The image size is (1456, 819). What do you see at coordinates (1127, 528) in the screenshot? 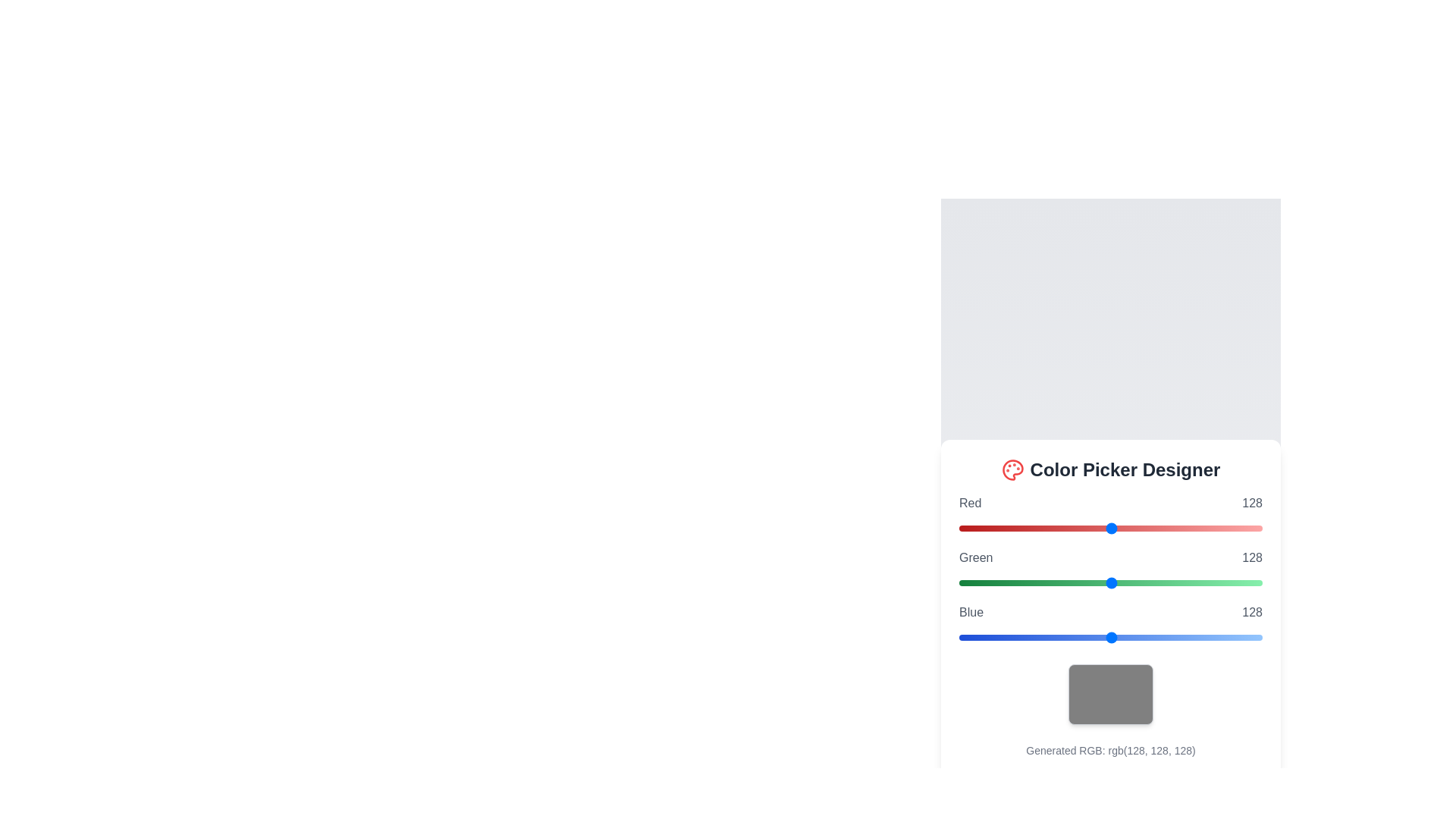
I see `the red color slider to set the value to 141` at bounding box center [1127, 528].